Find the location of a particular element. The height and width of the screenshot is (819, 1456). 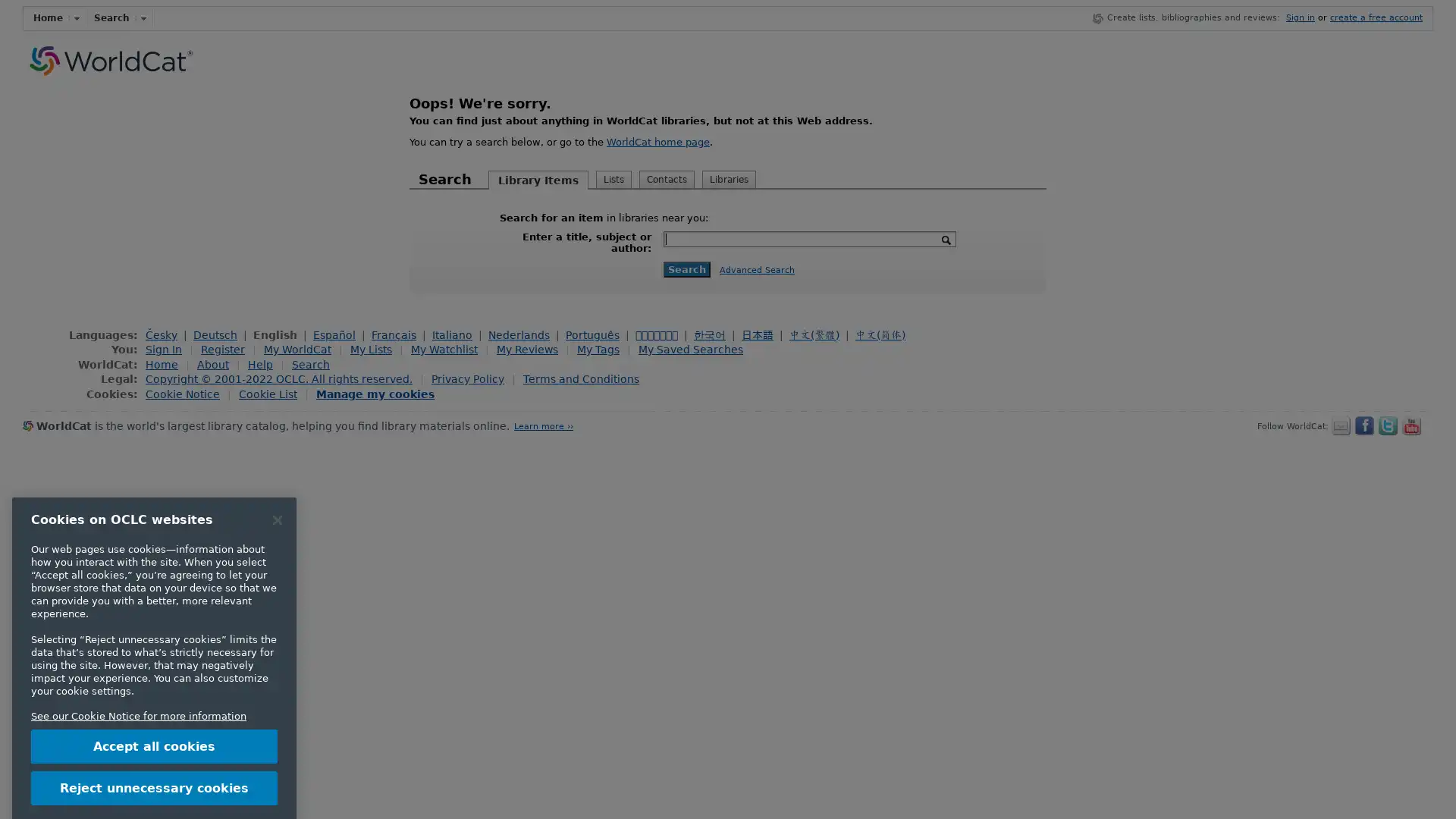

Accept all cookies is located at coordinates (154, 678).